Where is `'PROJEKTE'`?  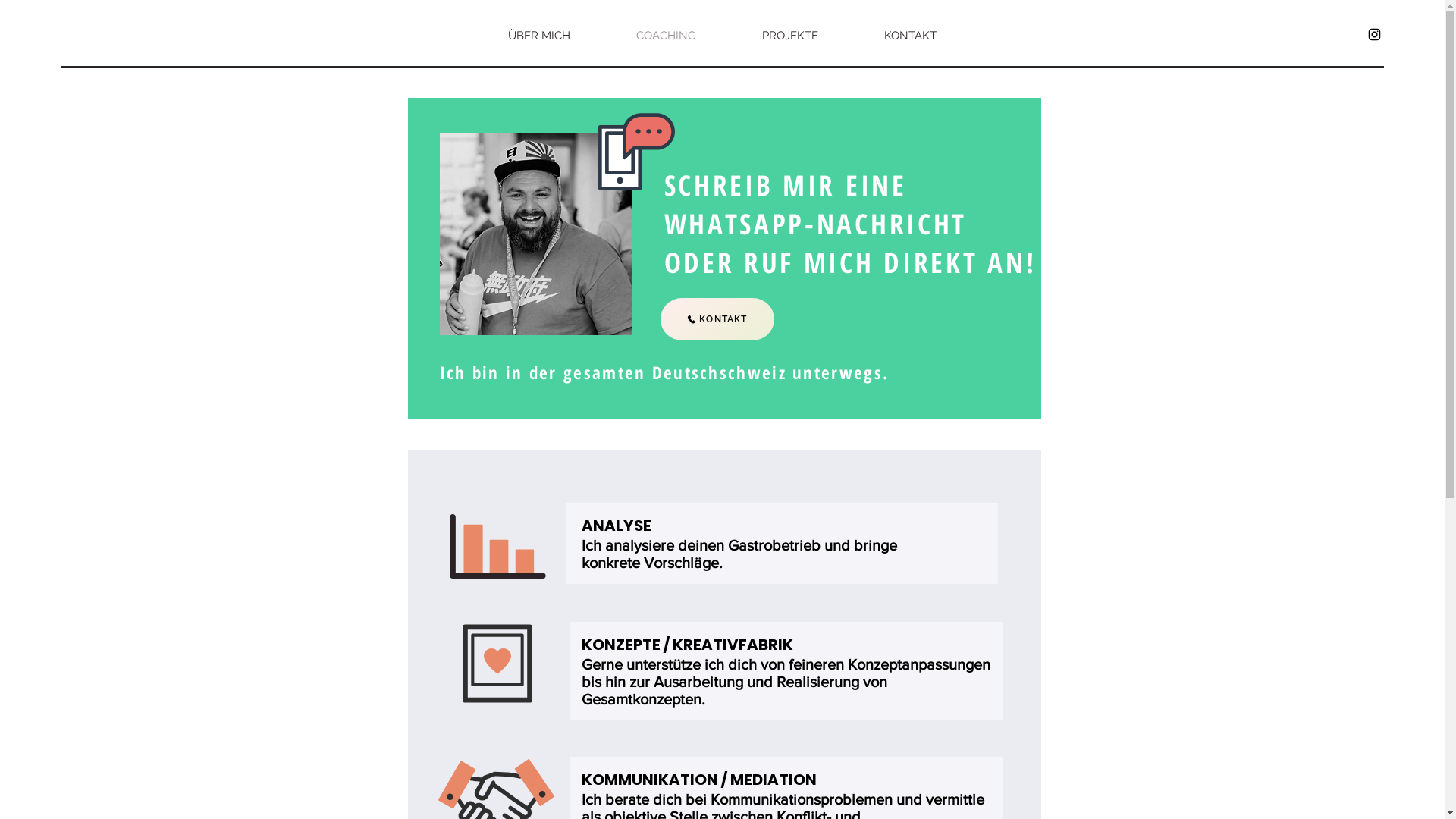
'PROJEKTE' is located at coordinates (789, 35).